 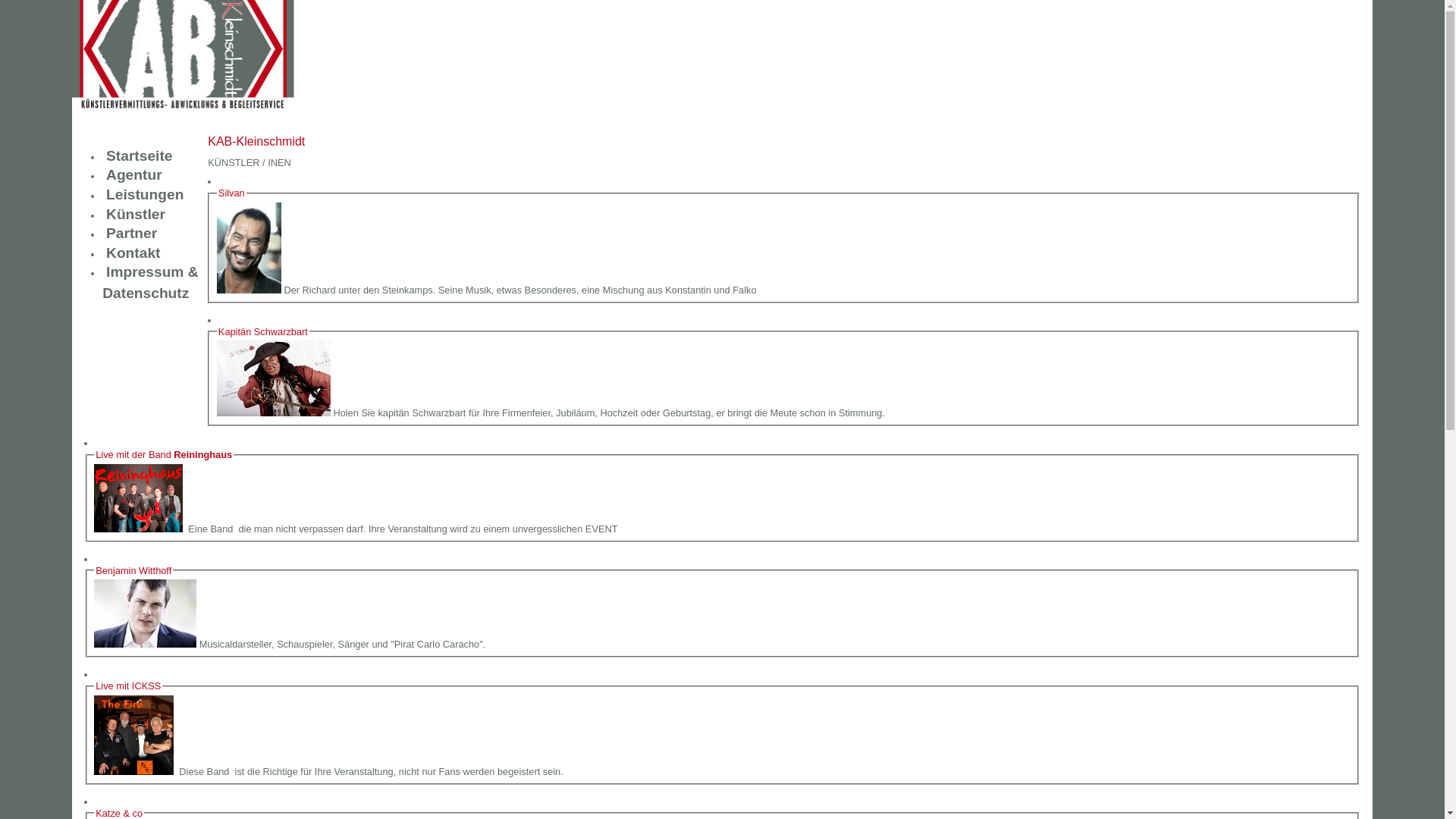 I want to click on 'Kontakt', so click(x=133, y=252).